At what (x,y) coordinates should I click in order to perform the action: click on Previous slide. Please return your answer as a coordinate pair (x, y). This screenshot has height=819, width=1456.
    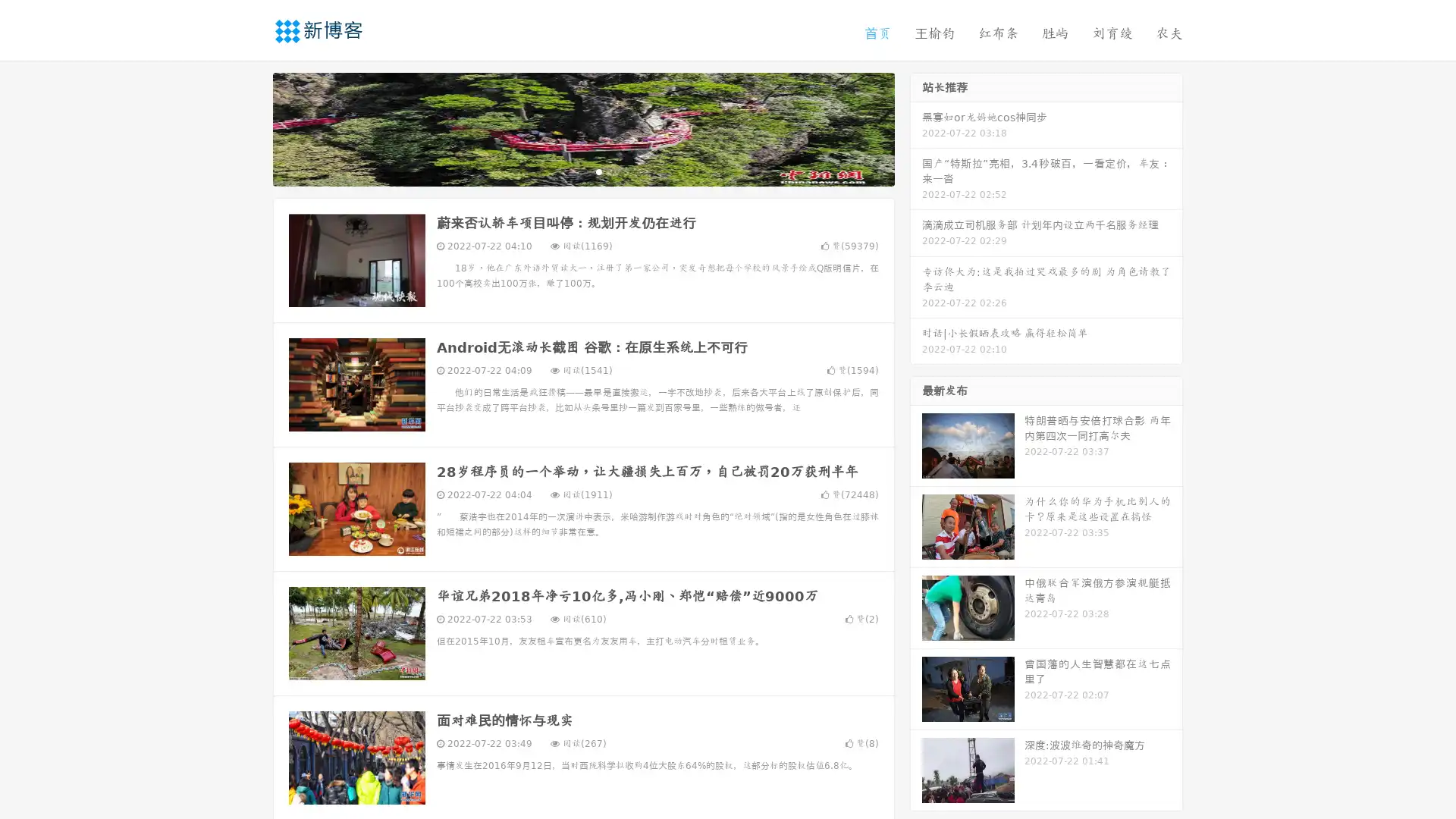
    Looking at the image, I should click on (250, 127).